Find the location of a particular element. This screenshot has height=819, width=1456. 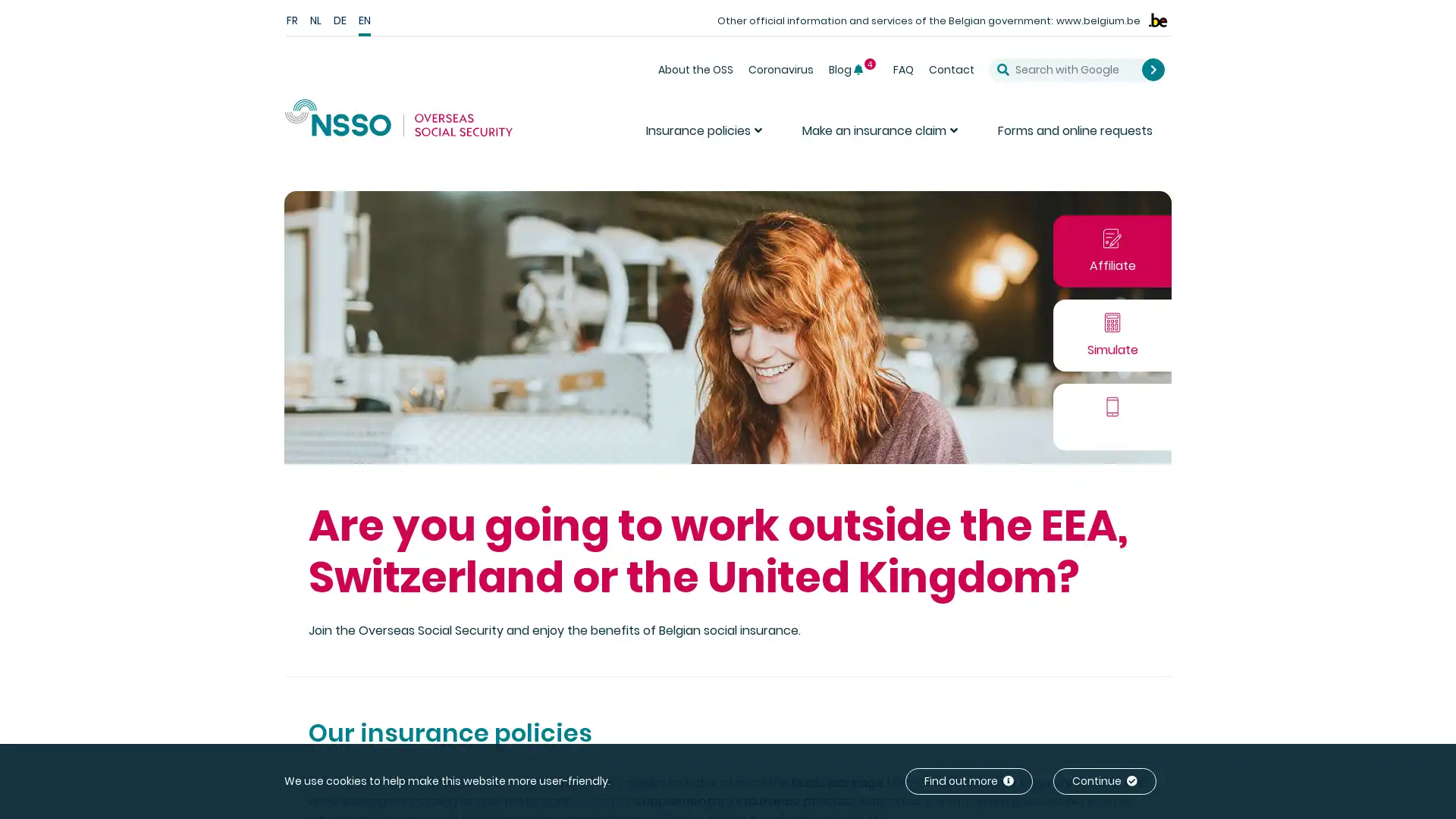

Affiliate is located at coordinates (1112, 249).